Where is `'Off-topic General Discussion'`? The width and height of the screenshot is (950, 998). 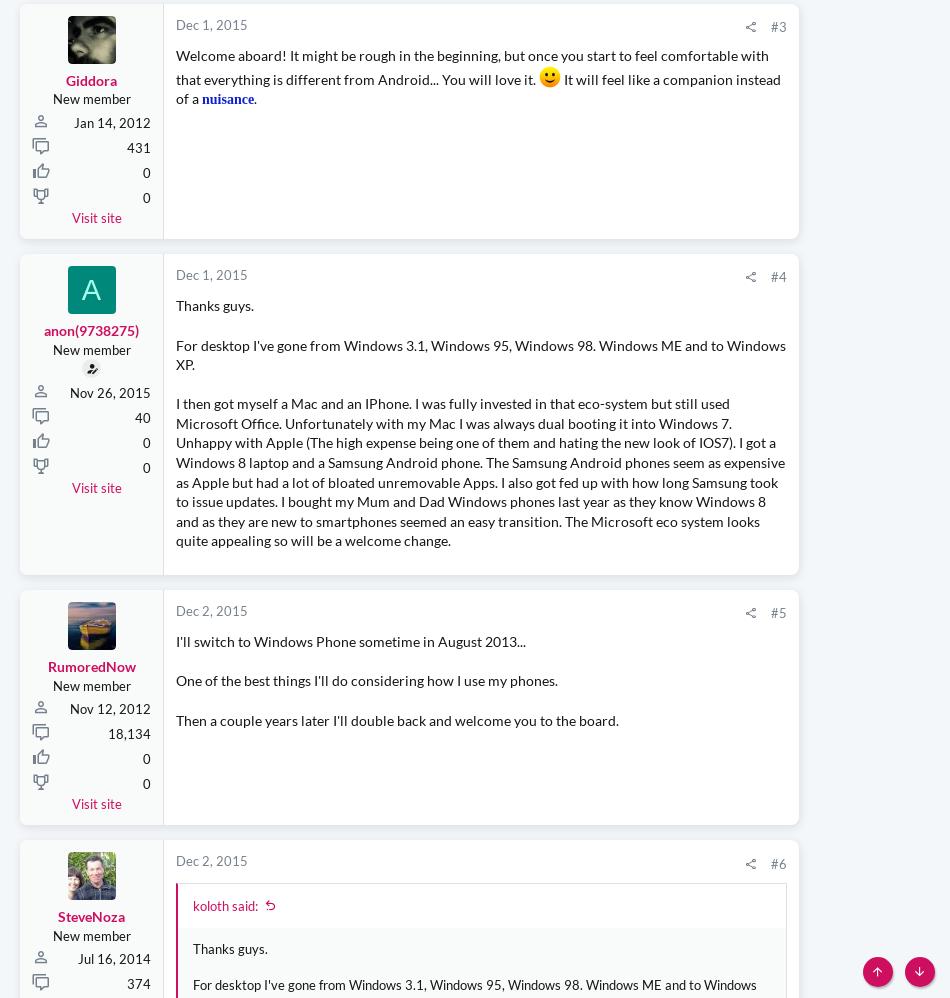
'Off-topic General Discussion' is located at coordinates (747, 652).